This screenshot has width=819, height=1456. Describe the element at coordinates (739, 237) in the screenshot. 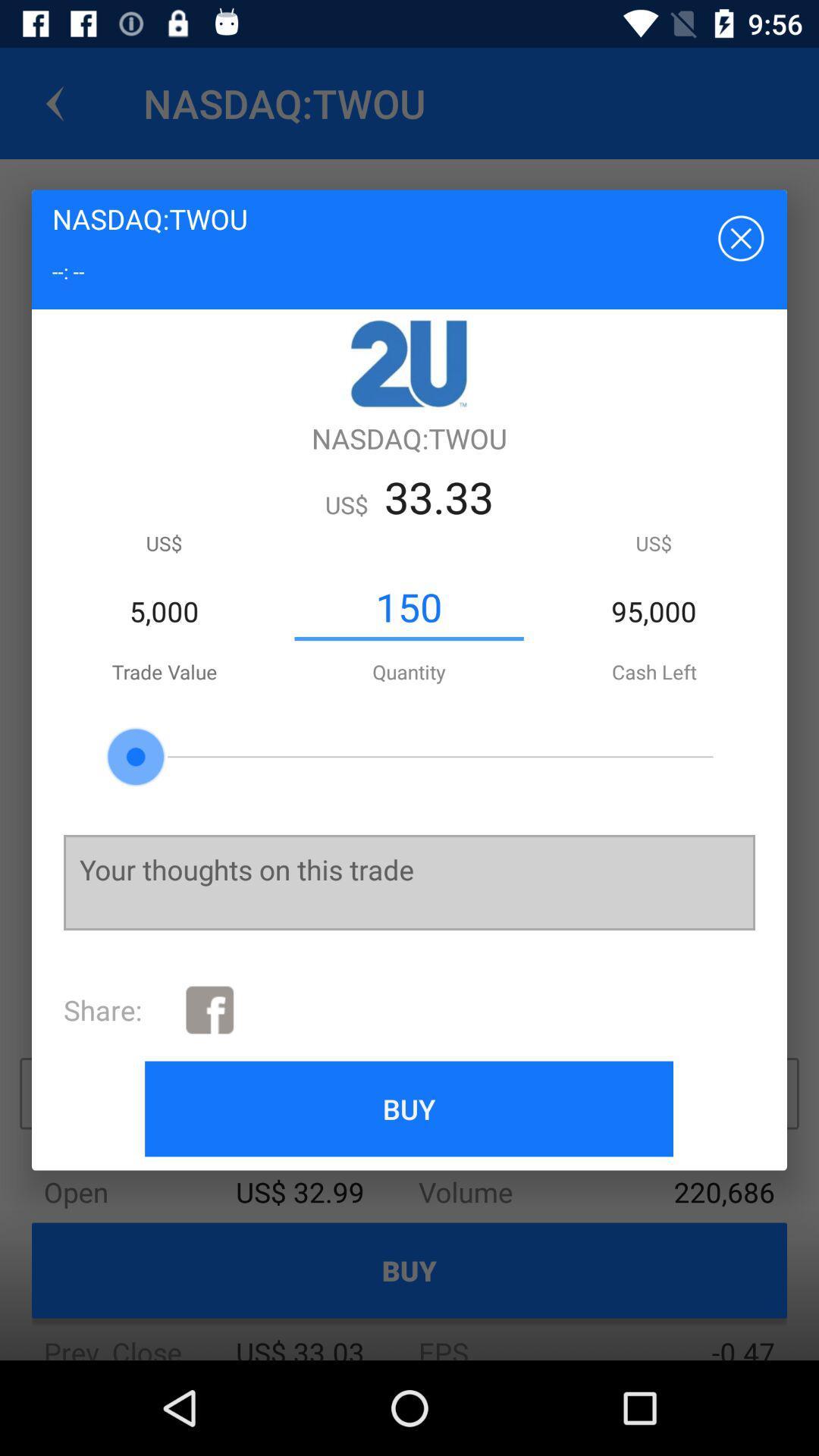

I see `item next to the nasdaq:twou item` at that location.